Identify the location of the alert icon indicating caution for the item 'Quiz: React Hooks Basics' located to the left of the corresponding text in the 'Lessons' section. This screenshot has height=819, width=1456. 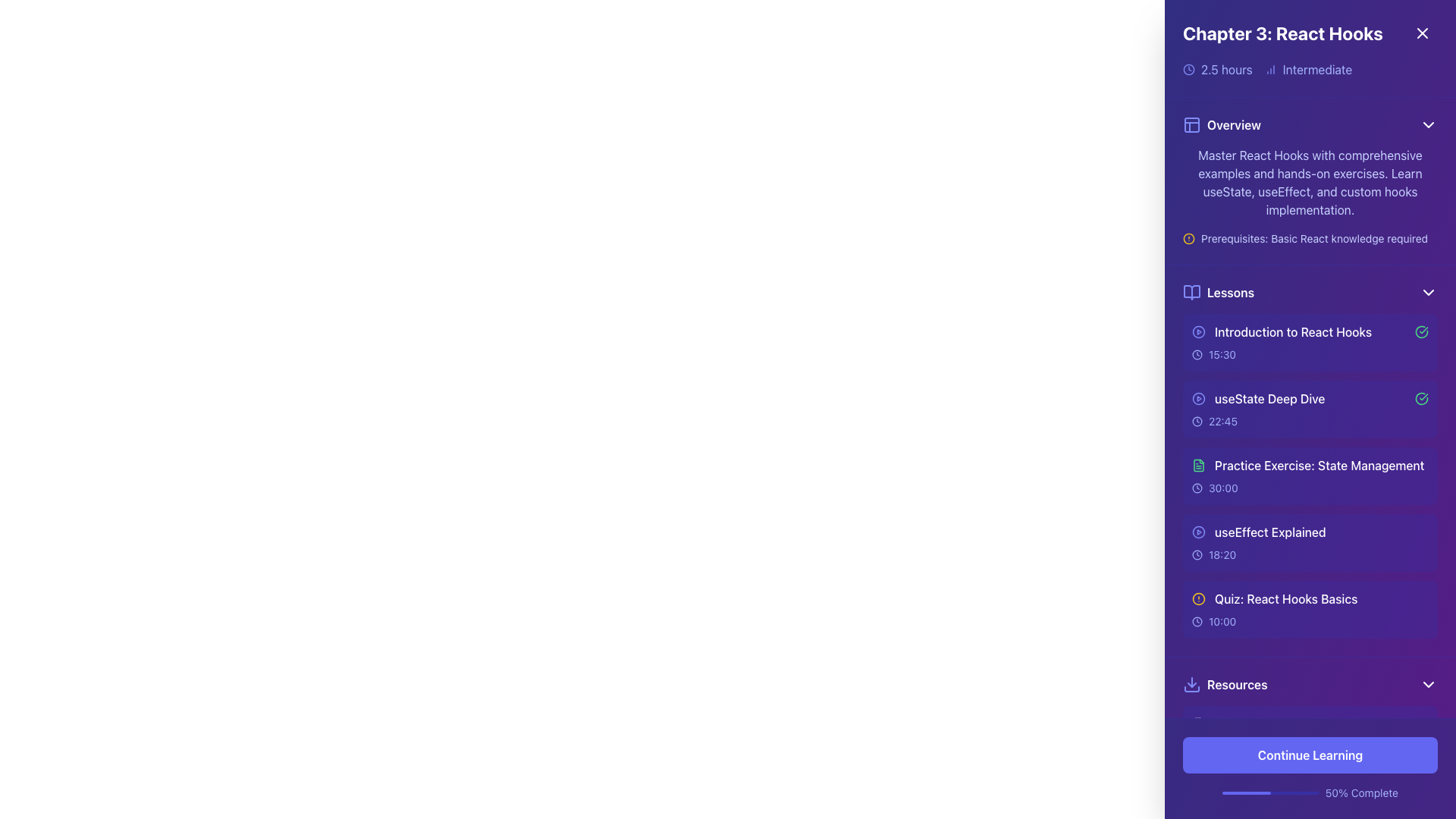
(1197, 598).